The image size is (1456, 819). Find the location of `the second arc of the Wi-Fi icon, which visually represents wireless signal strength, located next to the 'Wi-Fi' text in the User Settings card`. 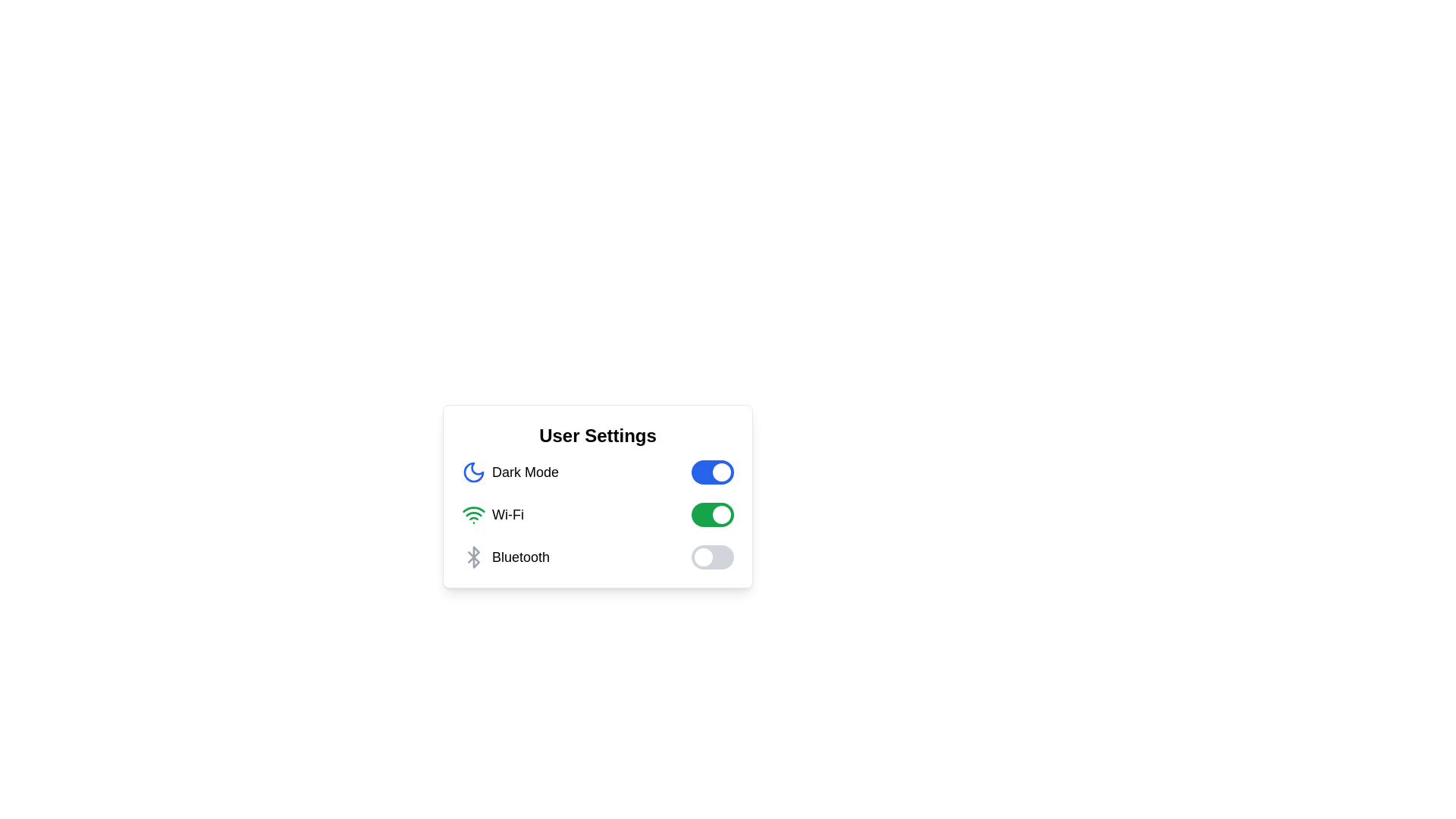

the second arc of the Wi-Fi icon, which visually represents wireless signal strength, located next to the 'Wi-Fi' text in the User Settings card is located at coordinates (472, 509).